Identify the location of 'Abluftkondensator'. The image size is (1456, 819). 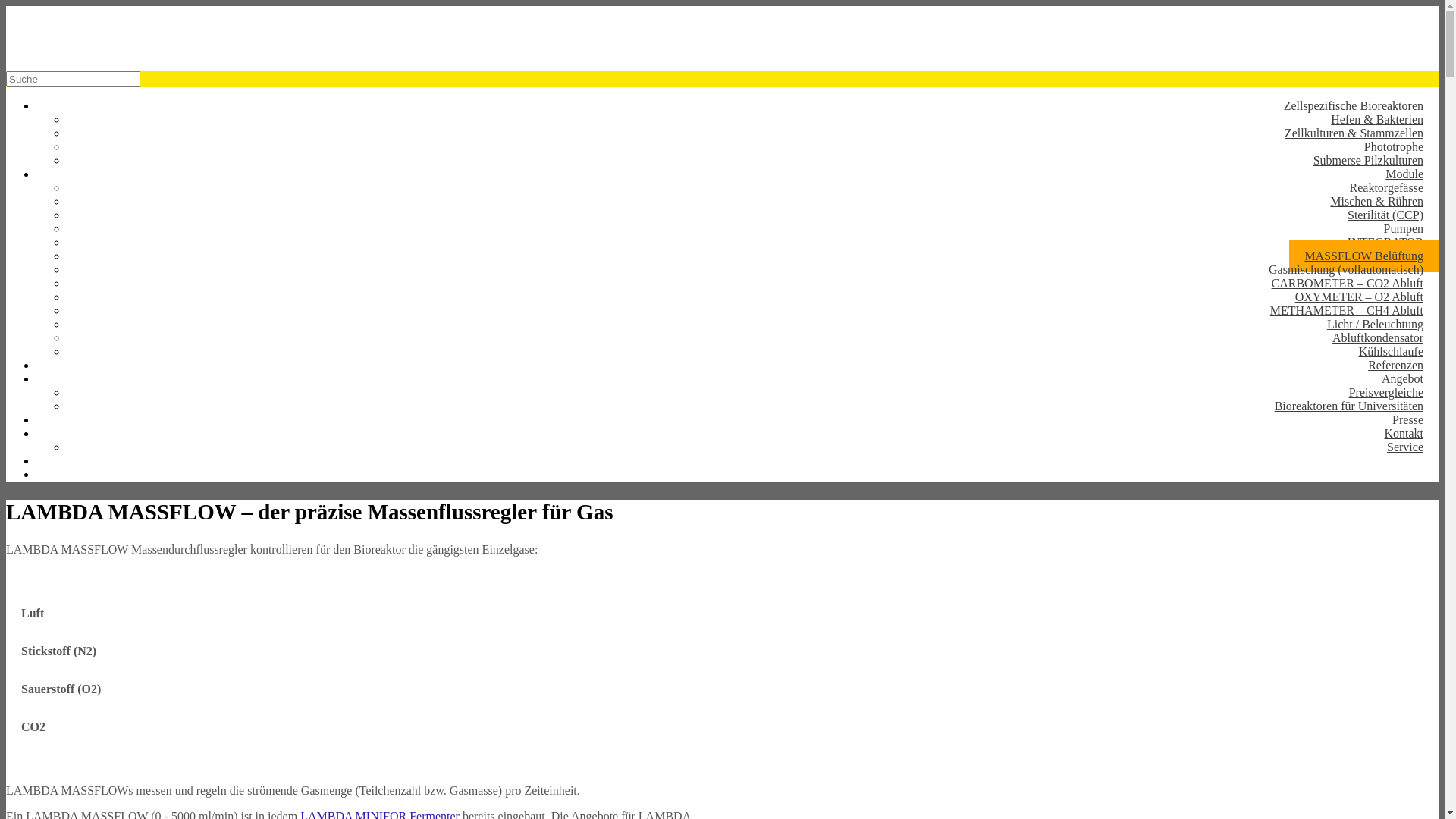
(1378, 337).